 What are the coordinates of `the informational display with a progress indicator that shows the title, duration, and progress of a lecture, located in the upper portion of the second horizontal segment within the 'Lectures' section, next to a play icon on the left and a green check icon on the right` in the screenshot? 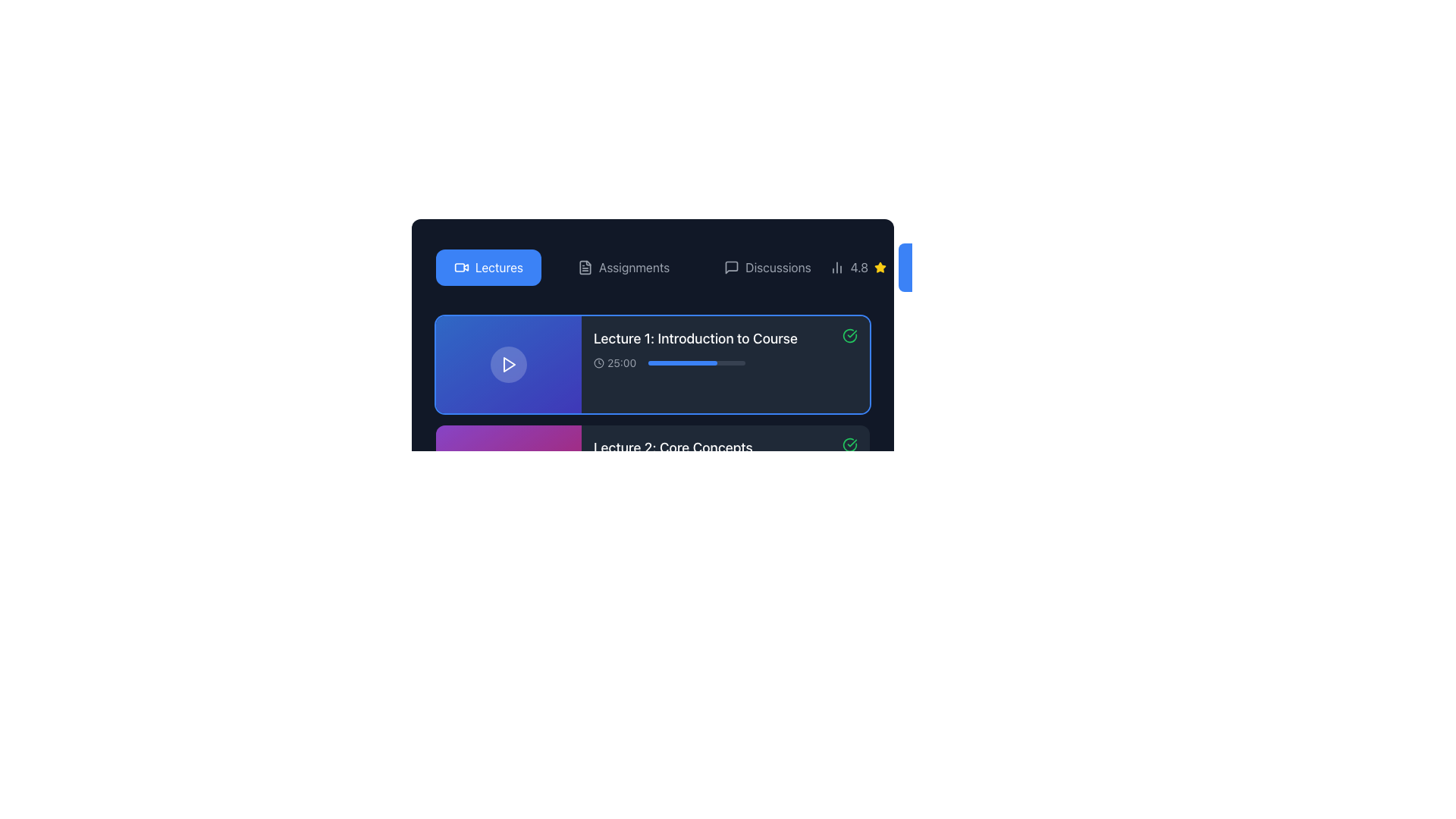 It's located at (695, 350).